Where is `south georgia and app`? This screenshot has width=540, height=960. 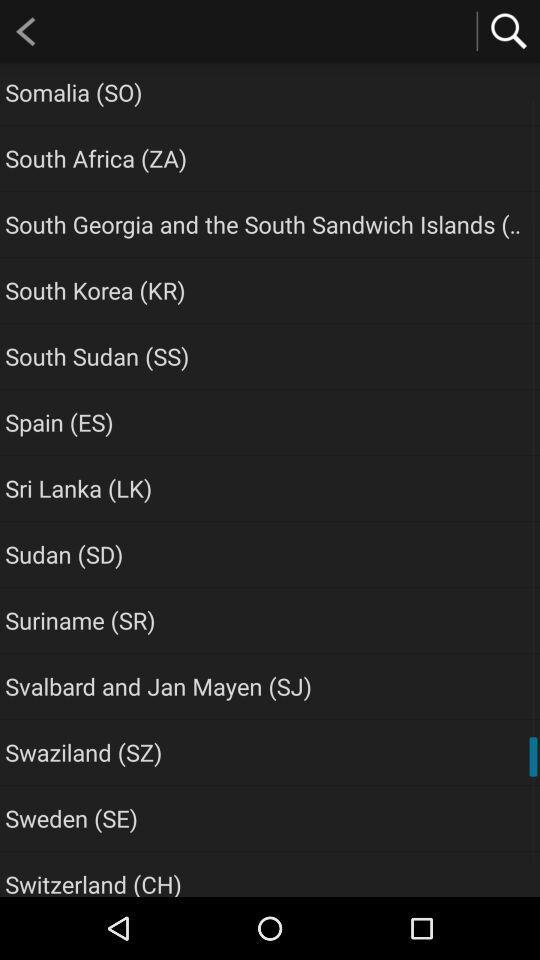
south georgia and app is located at coordinates (266, 224).